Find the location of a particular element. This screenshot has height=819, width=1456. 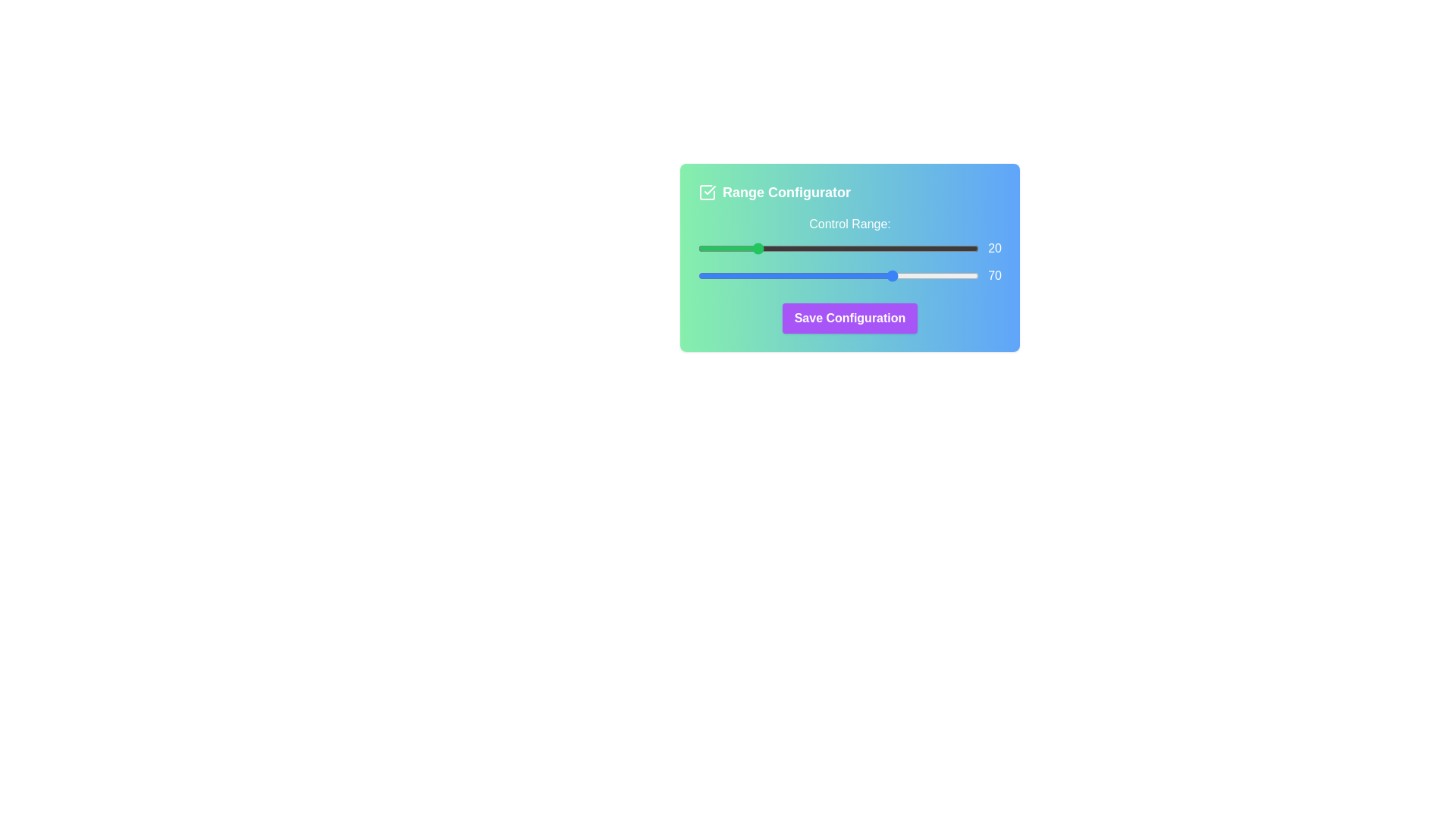

the icon next to the title text to explore additional functionality is located at coordinates (706, 192).